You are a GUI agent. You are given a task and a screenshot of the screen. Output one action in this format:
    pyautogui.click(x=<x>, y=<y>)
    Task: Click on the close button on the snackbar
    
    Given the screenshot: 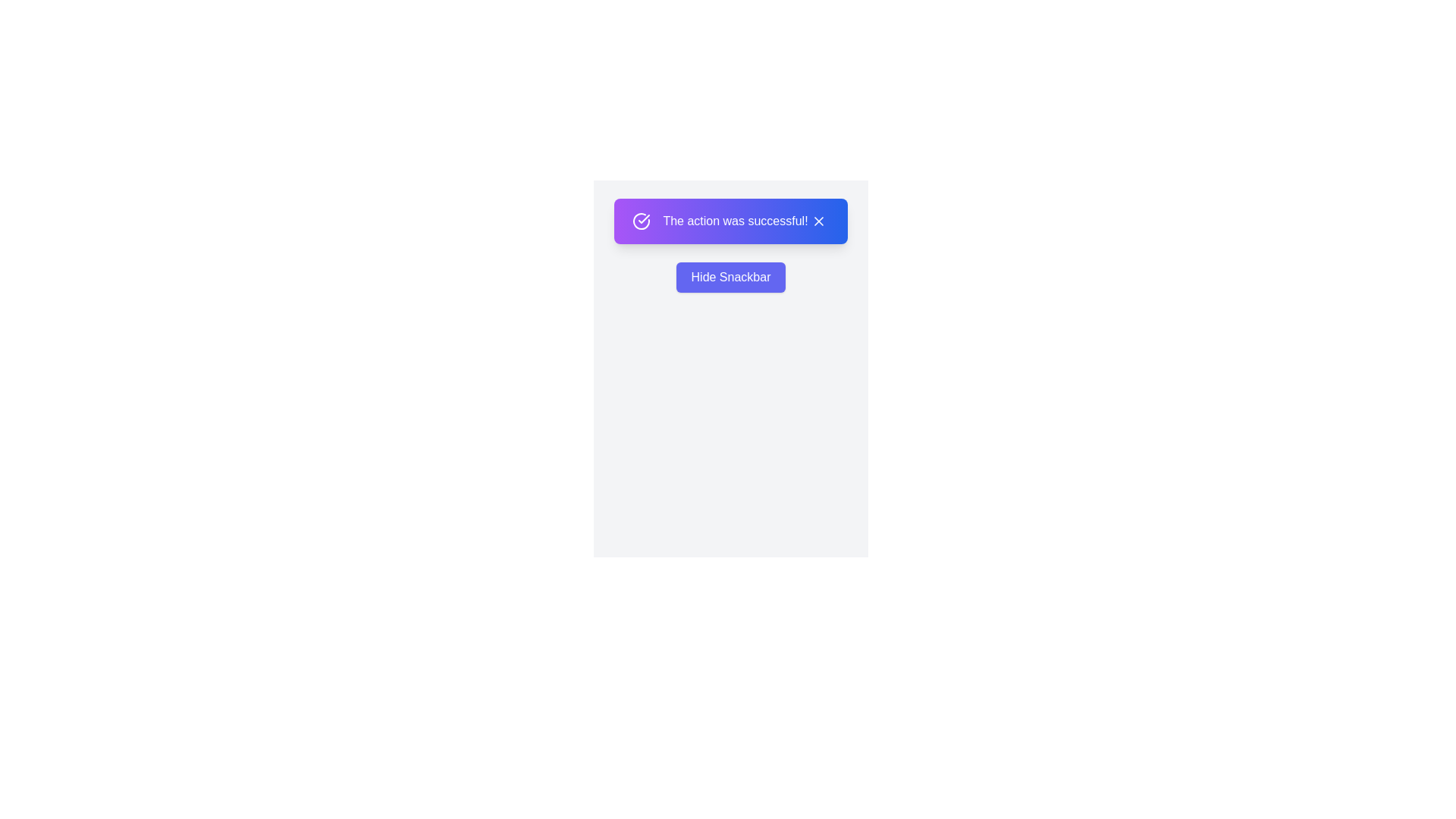 What is the action you would take?
    pyautogui.click(x=817, y=221)
    